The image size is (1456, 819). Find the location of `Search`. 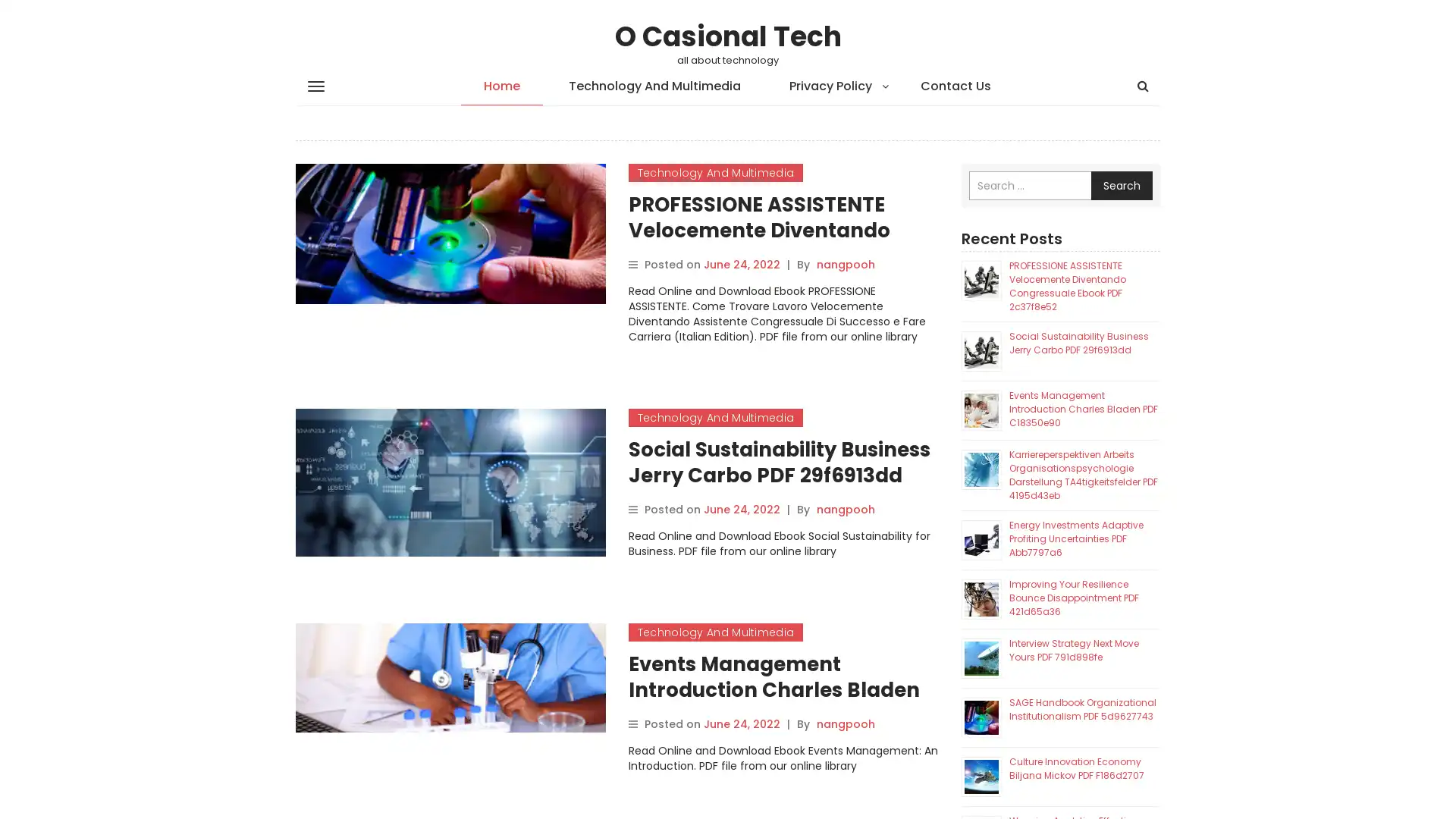

Search is located at coordinates (1122, 185).